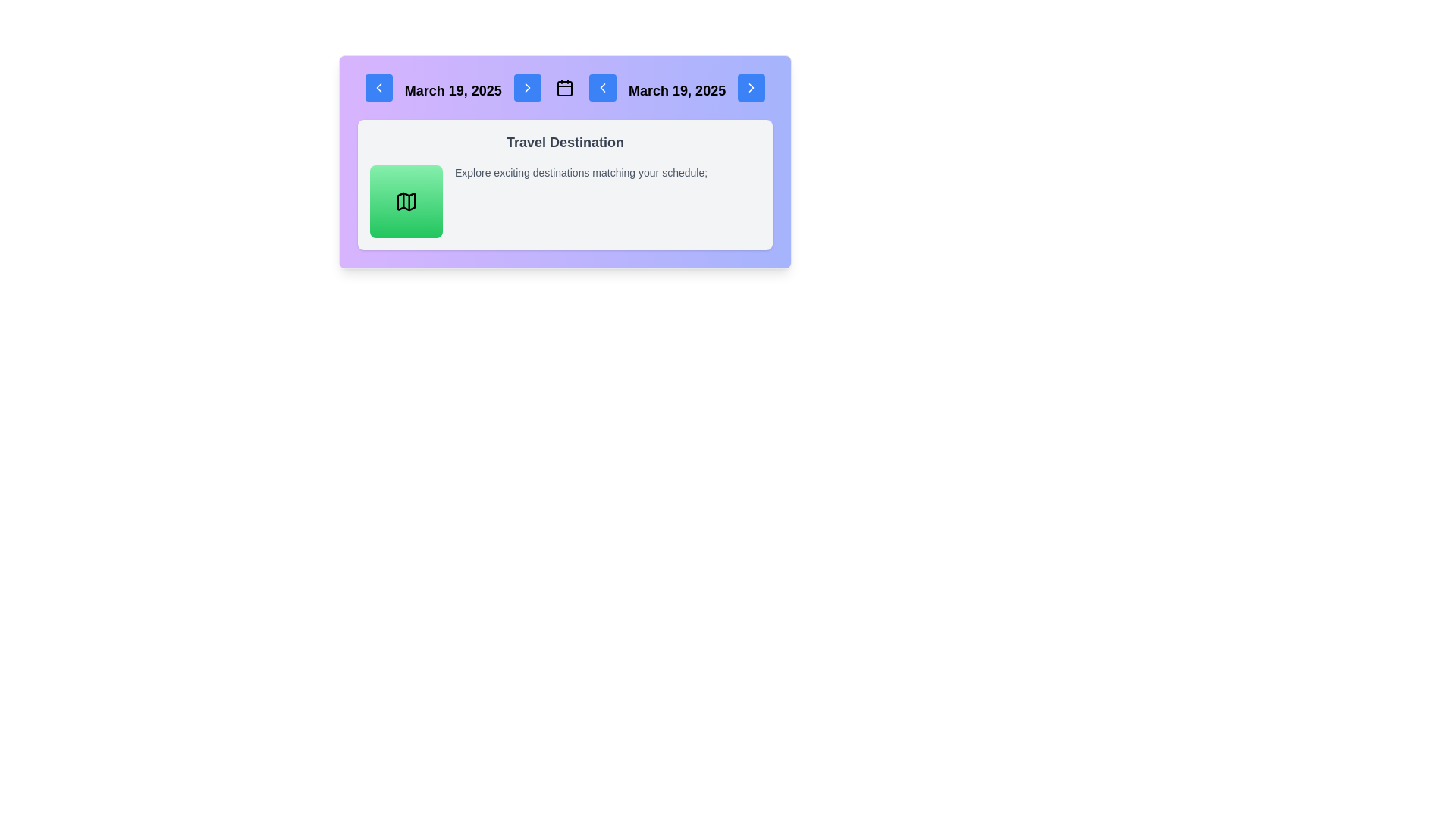 This screenshot has height=819, width=1456. I want to click on the map icon, which is centrally located within a green square button on the left side of the travel destinations panel, so click(406, 201).